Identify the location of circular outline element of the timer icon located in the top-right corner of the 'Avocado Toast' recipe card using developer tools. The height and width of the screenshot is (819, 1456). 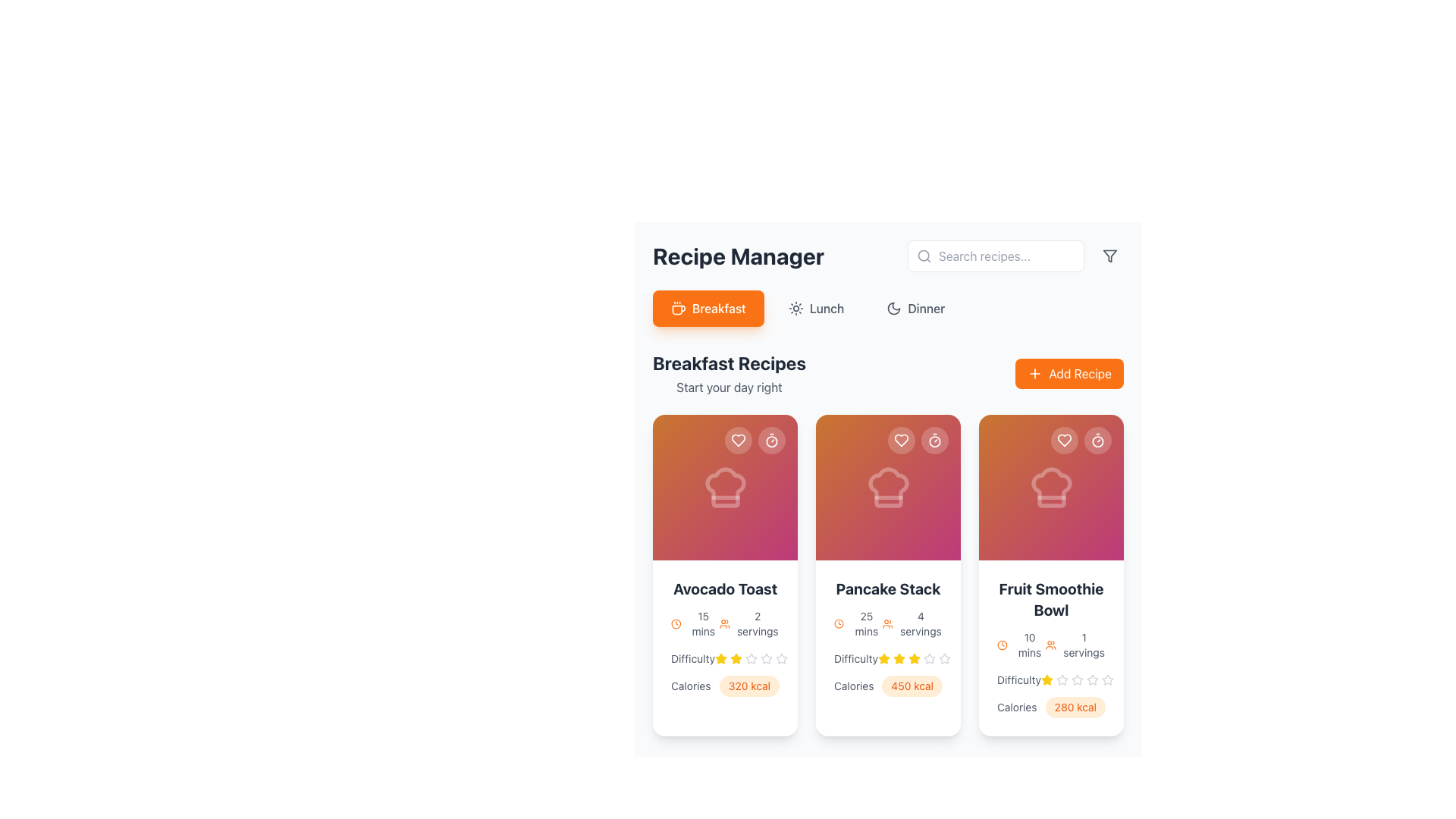
(771, 441).